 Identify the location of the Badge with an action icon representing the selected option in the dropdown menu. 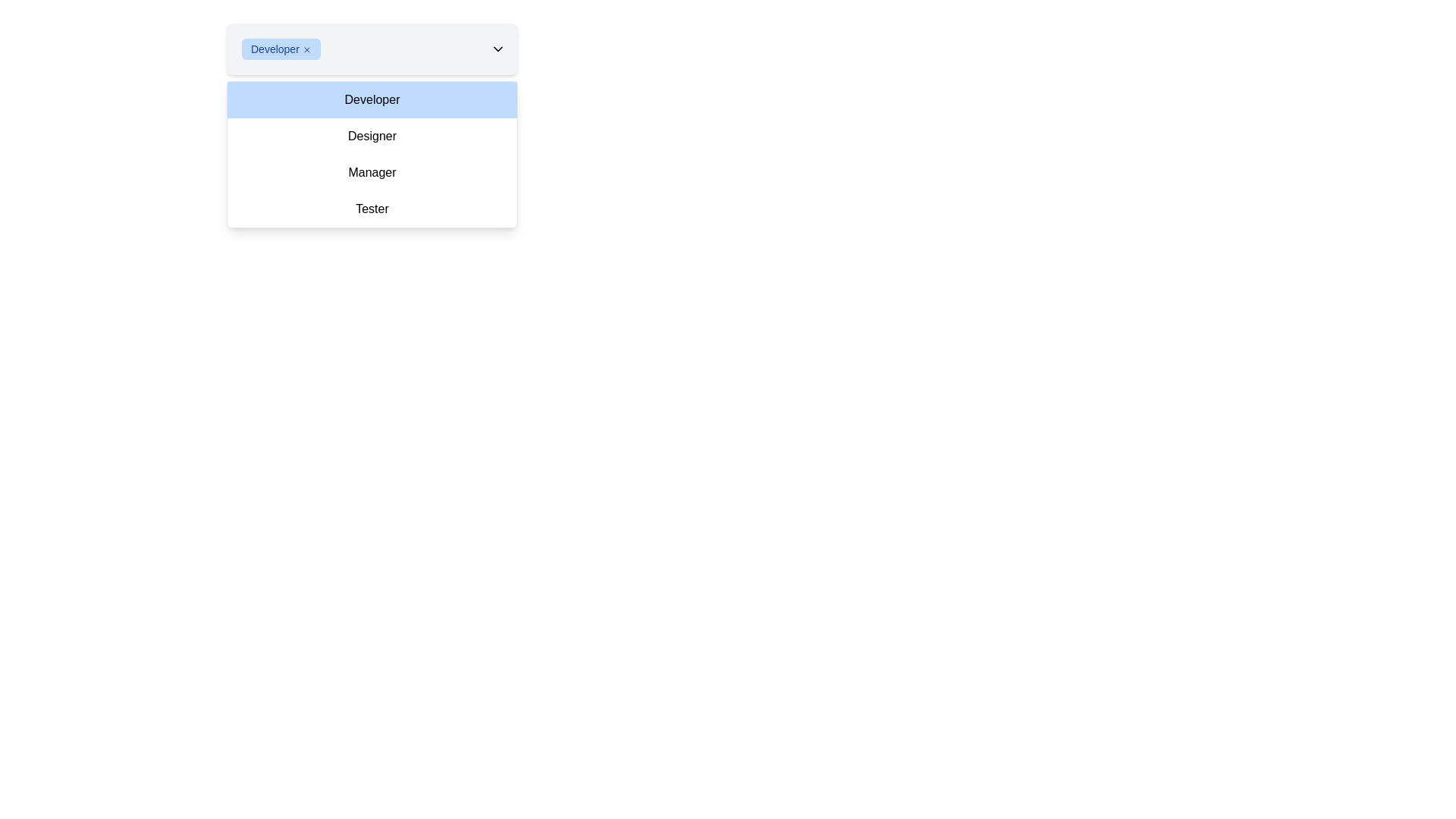
(281, 49).